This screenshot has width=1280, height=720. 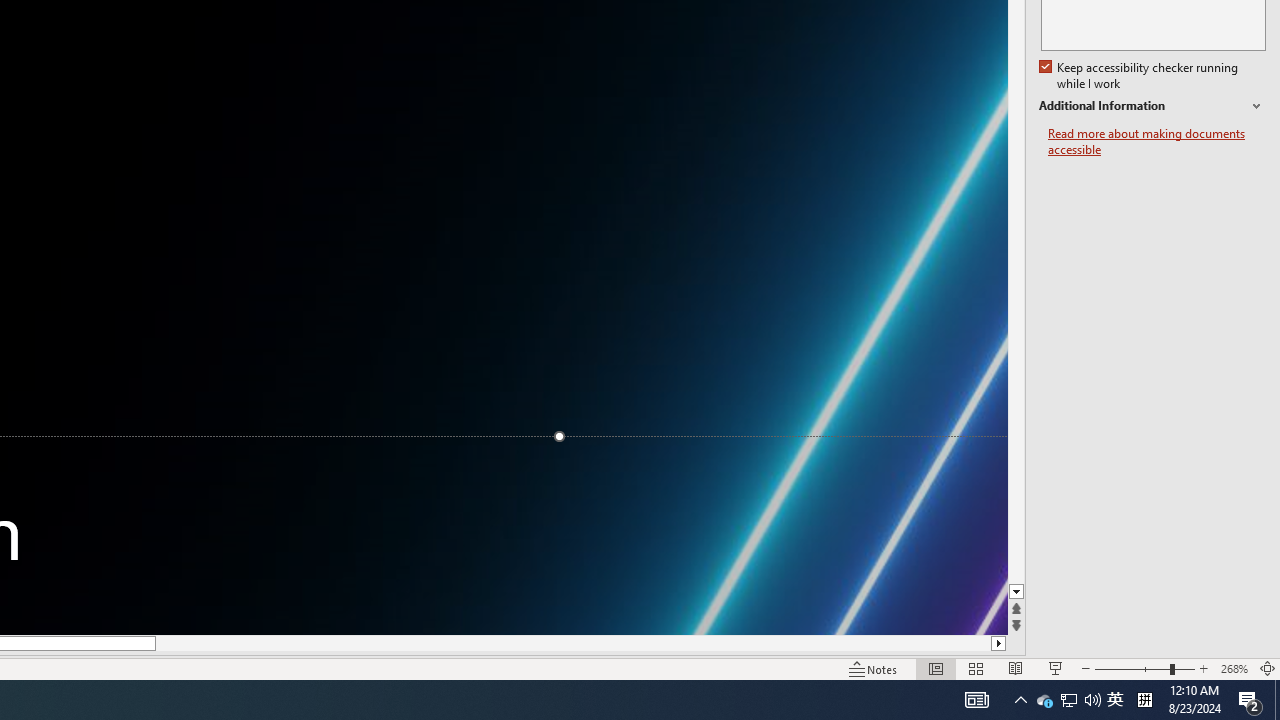 I want to click on 'Read more about making documents accessible', so click(x=1157, y=141).